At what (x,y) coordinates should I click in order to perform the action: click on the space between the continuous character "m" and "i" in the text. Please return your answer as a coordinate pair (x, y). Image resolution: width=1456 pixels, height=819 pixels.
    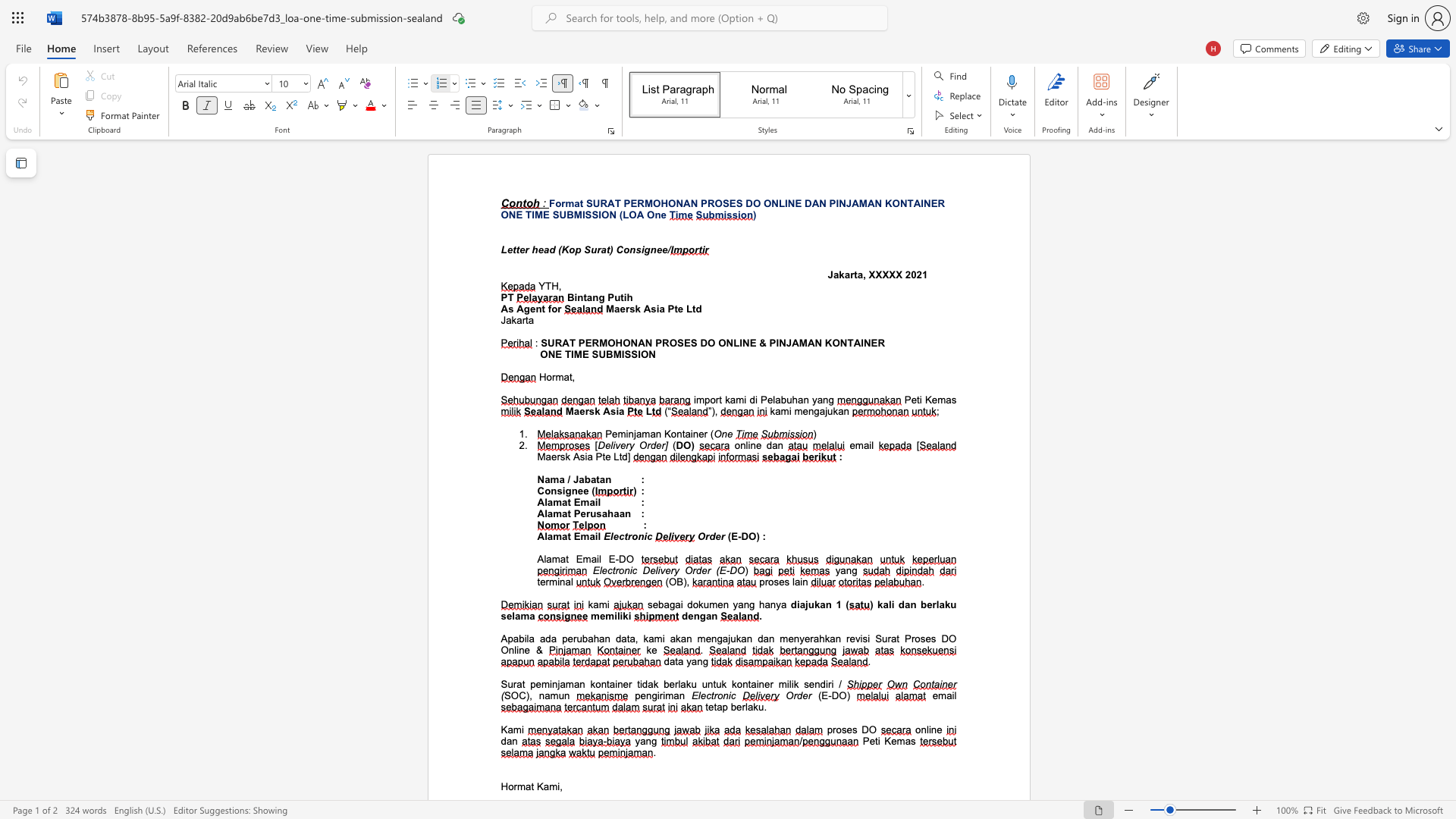
    Looking at the image, I should click on (624, 434).